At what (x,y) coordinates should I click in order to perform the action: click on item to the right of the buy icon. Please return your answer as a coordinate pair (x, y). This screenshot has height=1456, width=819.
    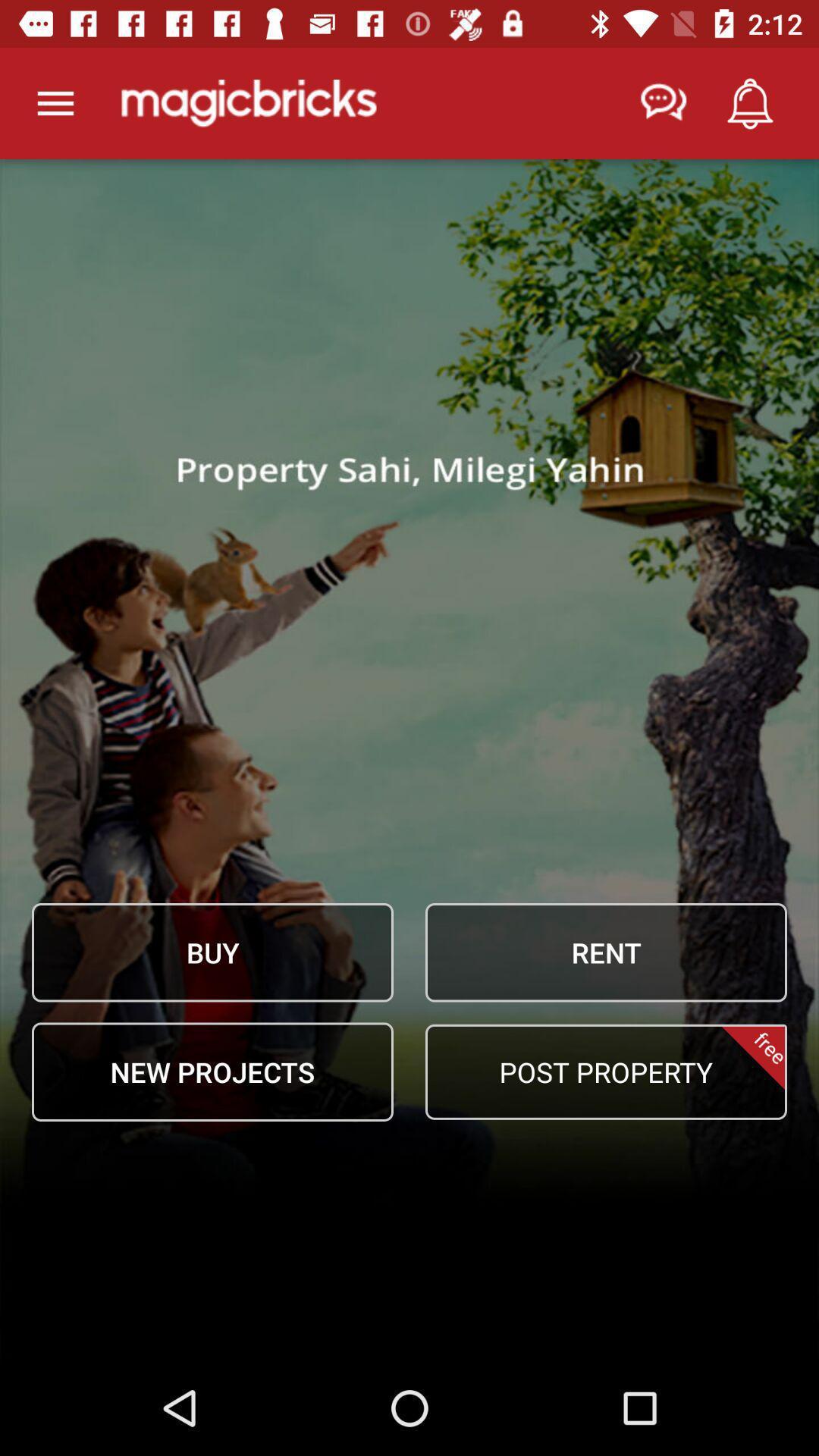
    Looking at the image, I should click on (605, 952).